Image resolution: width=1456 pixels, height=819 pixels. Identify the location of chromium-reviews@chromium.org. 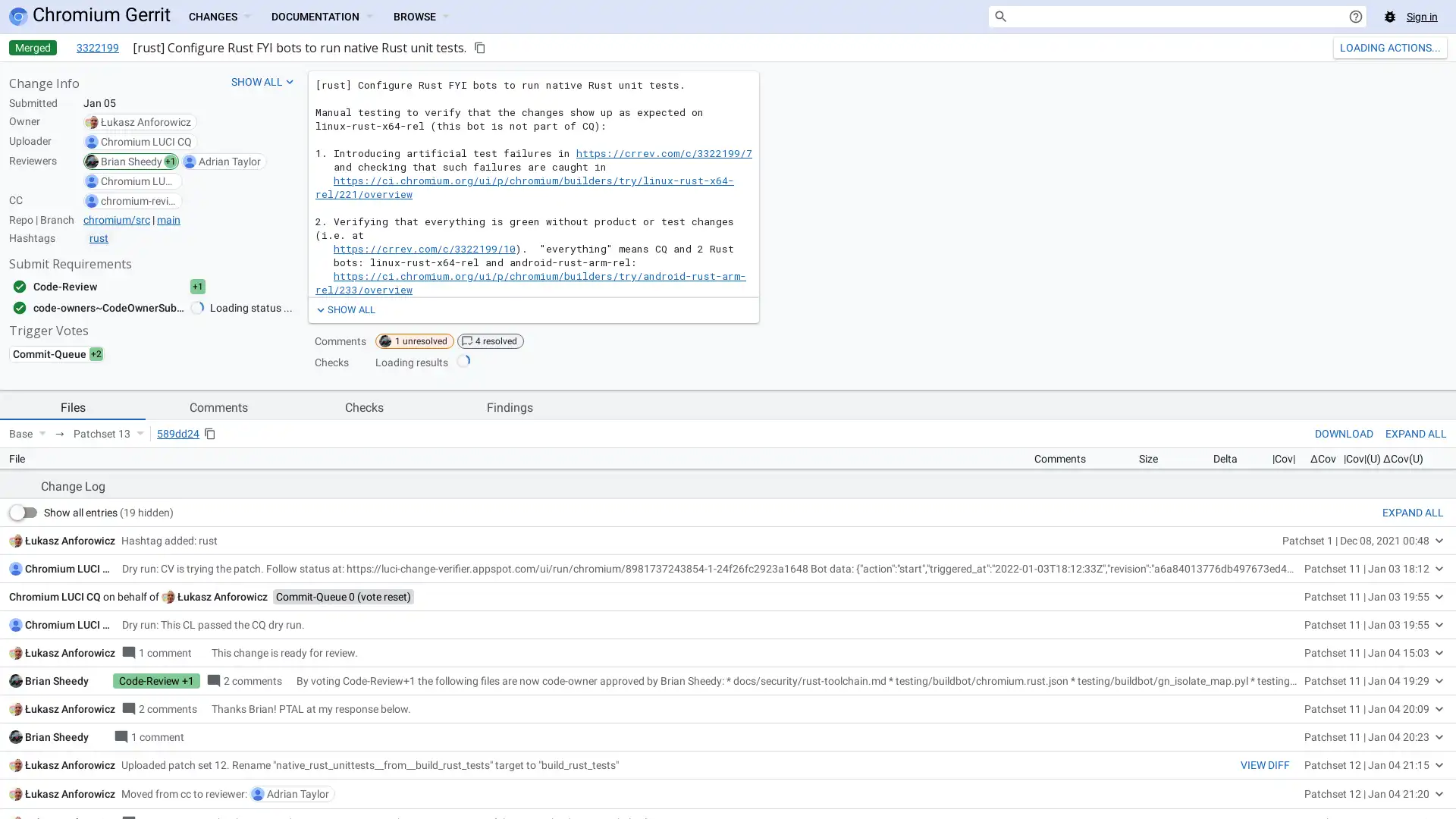
(138, 200).